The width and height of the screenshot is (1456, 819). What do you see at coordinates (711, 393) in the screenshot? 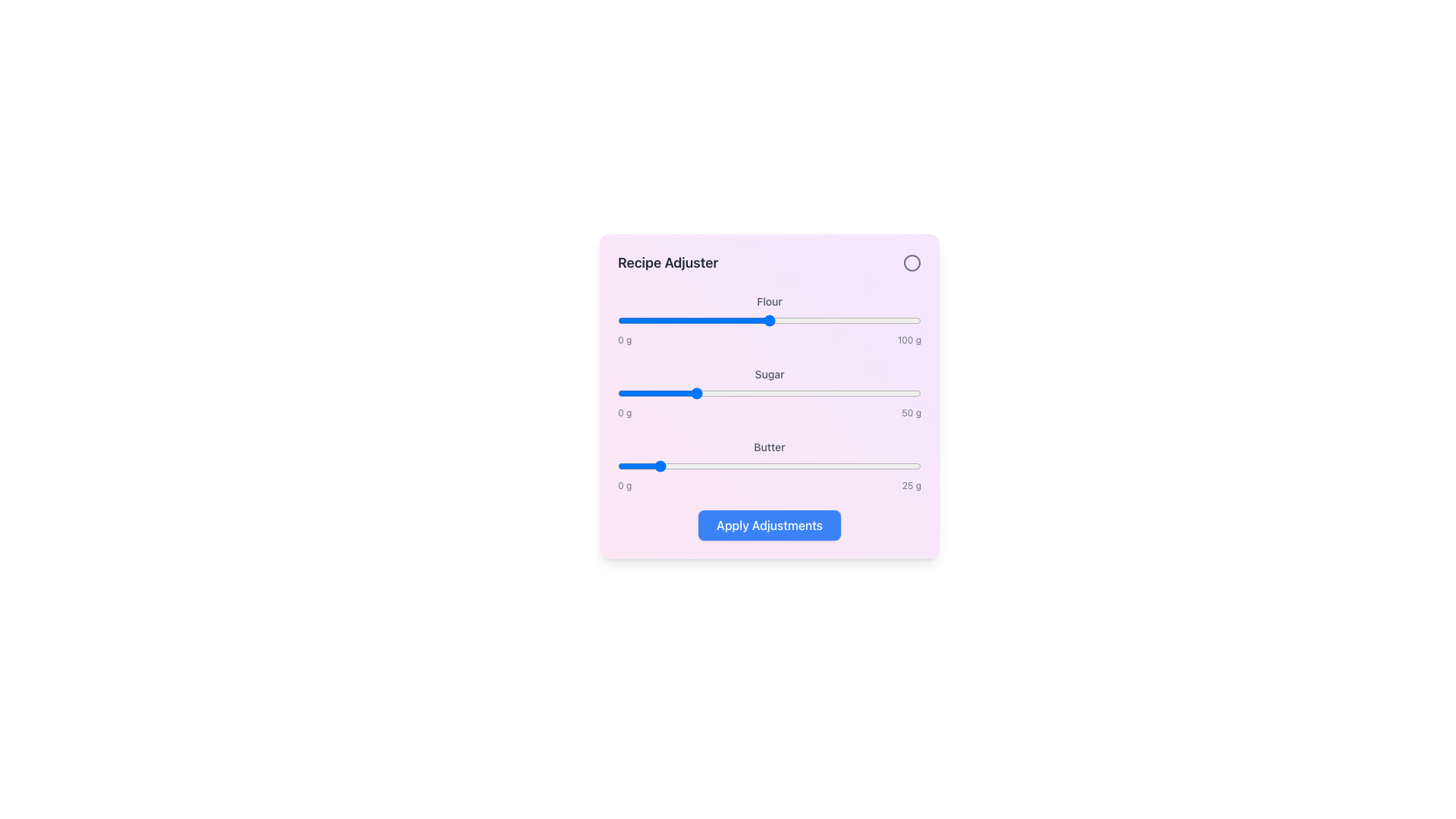
I see `sugar slider` at bounding box center [711, 393].